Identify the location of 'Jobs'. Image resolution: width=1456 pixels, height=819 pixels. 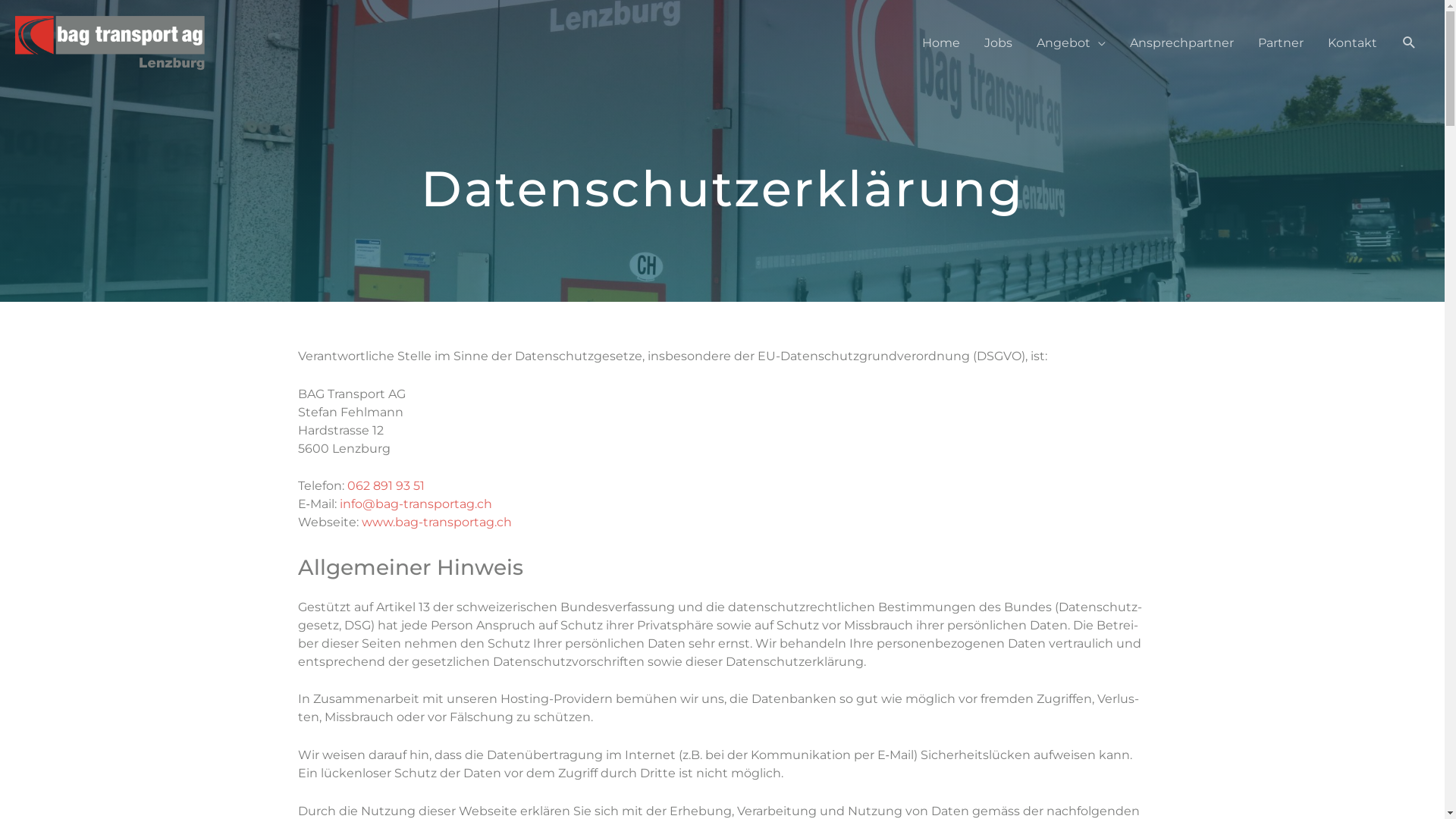
(998, 42).